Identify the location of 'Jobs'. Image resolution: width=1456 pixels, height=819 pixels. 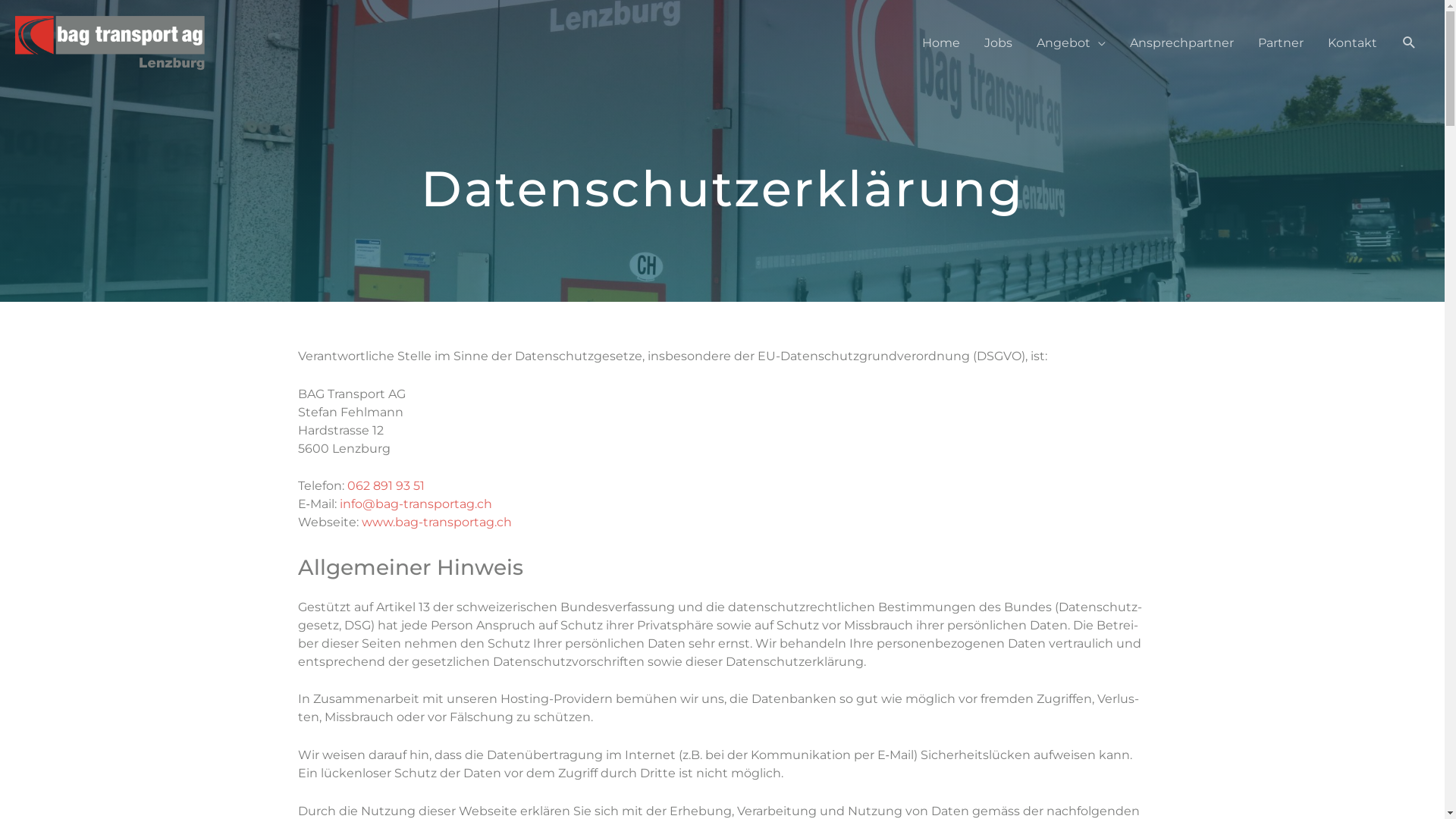
(998, 42).